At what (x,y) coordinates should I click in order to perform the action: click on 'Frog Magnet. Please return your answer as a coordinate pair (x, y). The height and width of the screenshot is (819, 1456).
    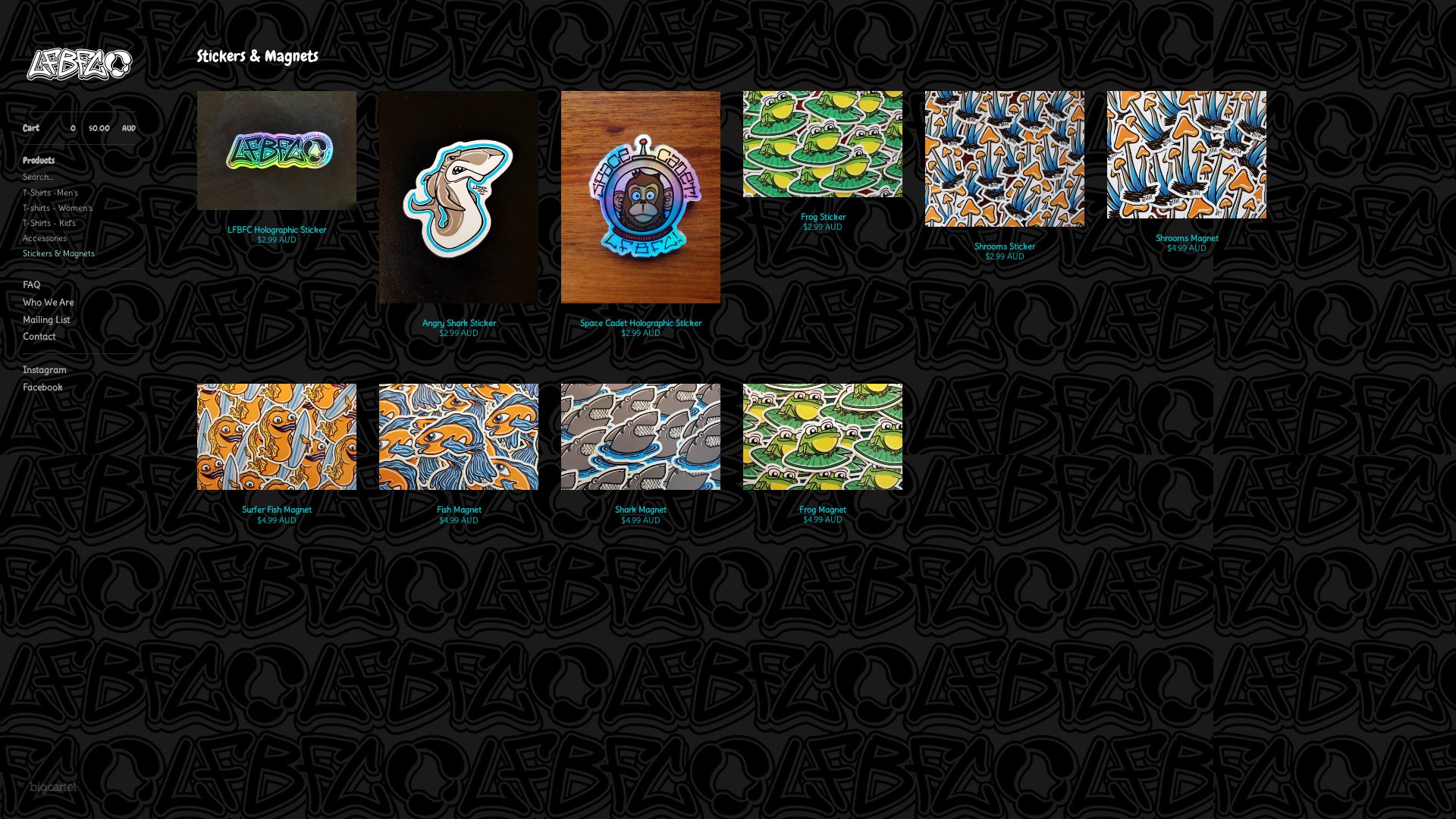
    Looking at the image, I should click on (821, 464).